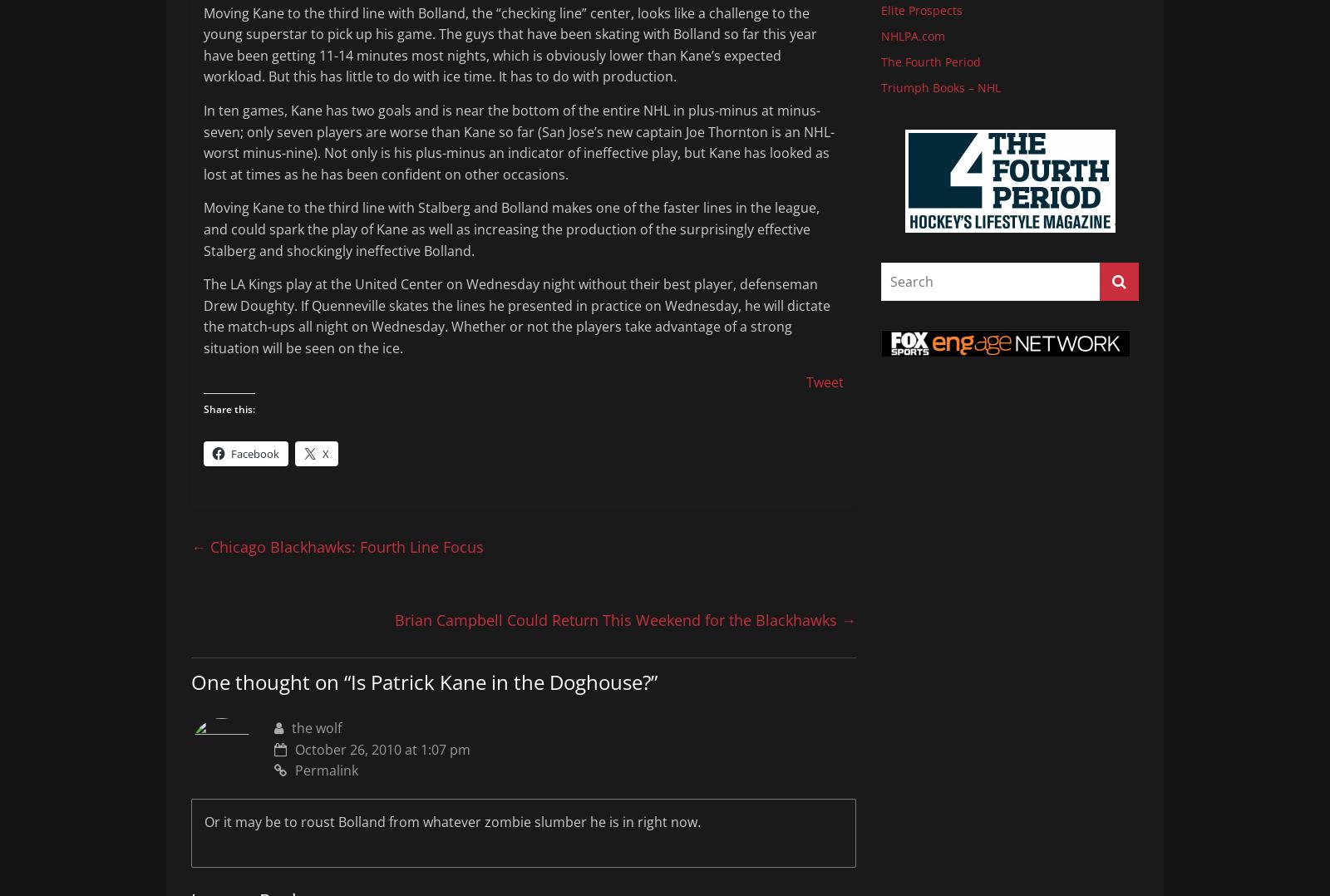 This screenshot has height=896, width=1330. Describe the element at coordinates (326, 452) in the screenshot. I see `'X'` at that location.